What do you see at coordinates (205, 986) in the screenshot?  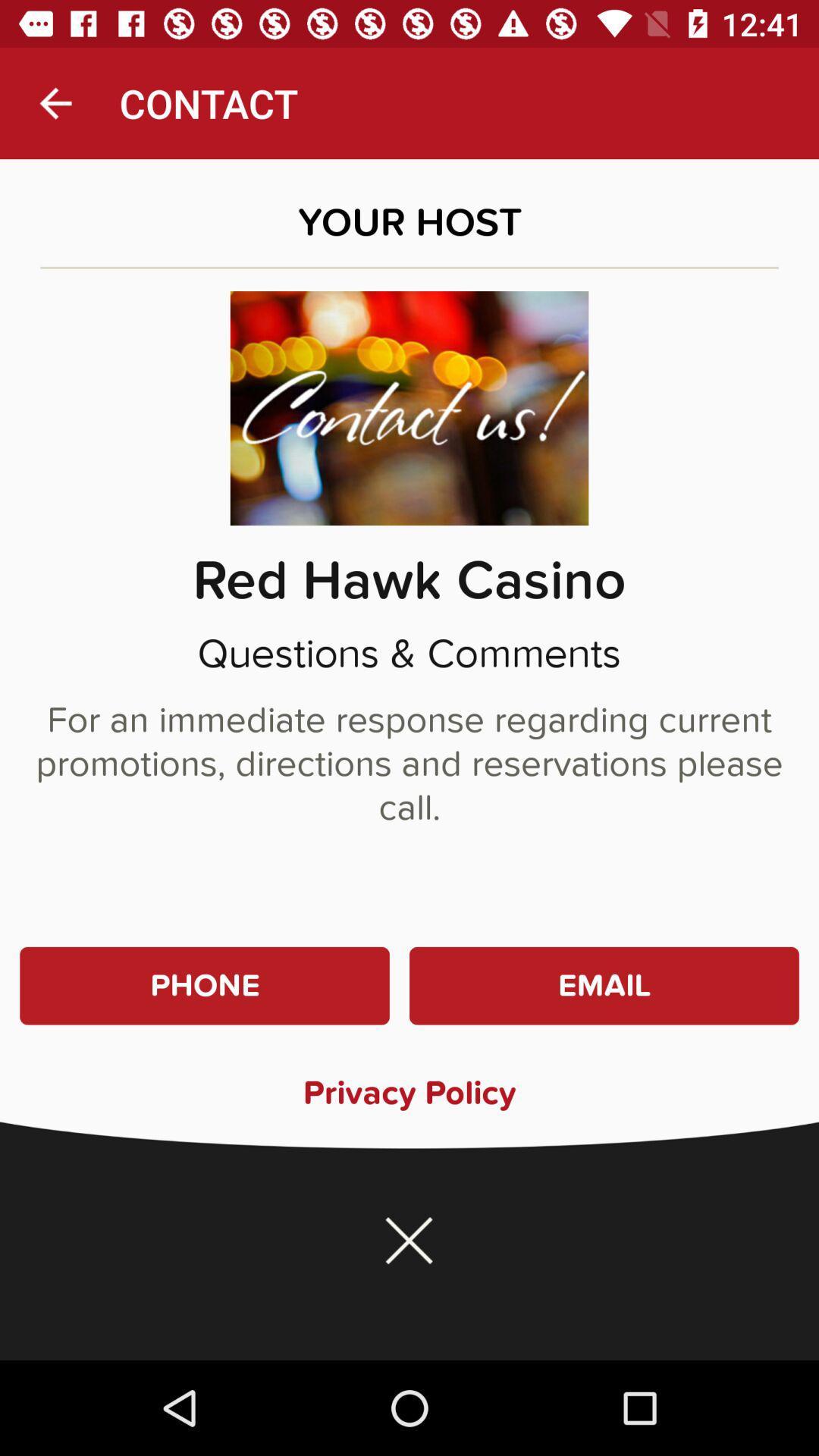 I see `item at the bottom left corner` at bounding box center [205, 986].